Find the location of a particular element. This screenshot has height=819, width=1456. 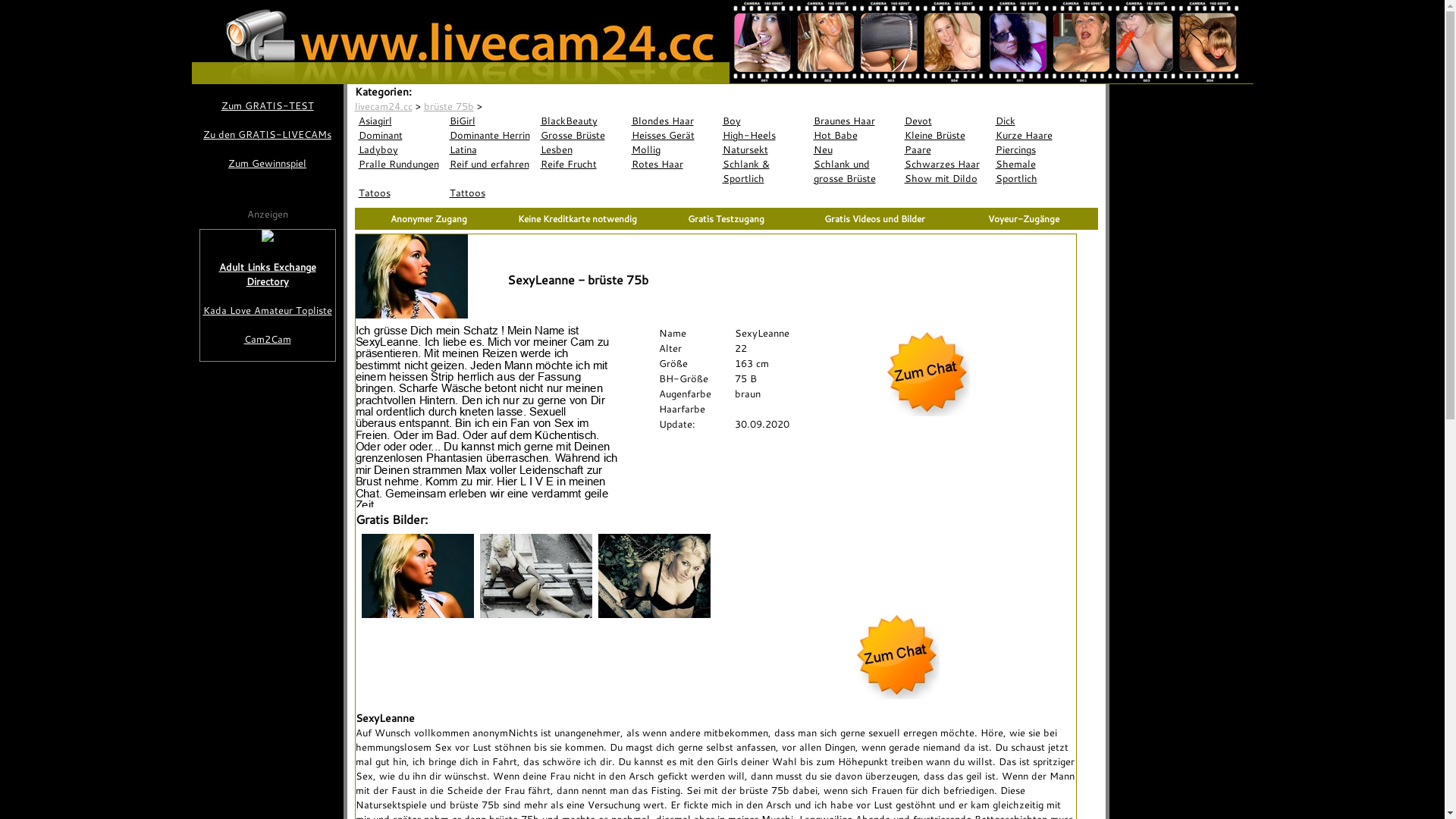

'Mollig' is located at coordinates (673, 149).